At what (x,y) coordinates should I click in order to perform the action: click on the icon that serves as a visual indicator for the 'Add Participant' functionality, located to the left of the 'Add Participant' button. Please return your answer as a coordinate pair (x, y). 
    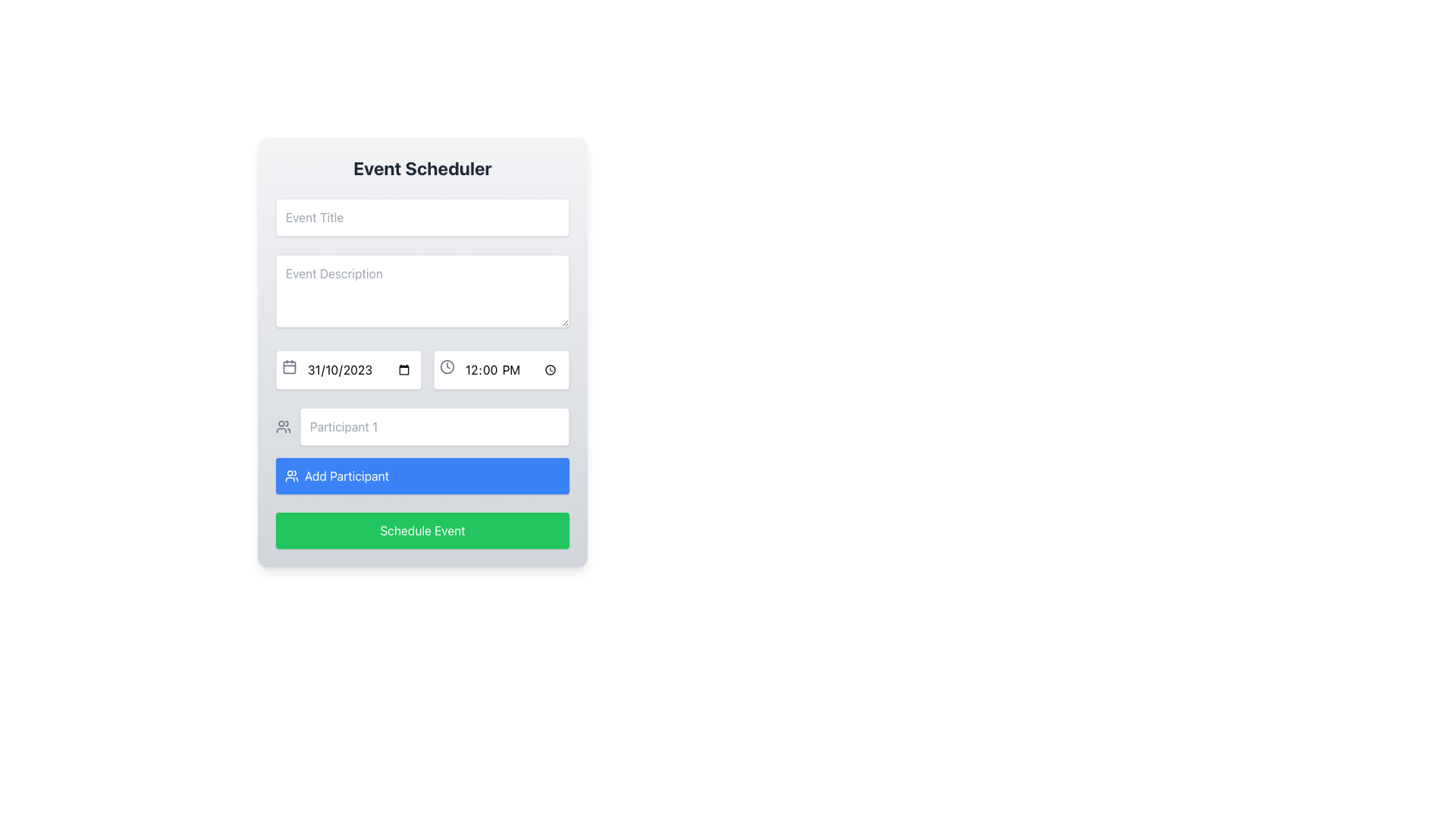
    Looking at the image, I should click on (284, 427).